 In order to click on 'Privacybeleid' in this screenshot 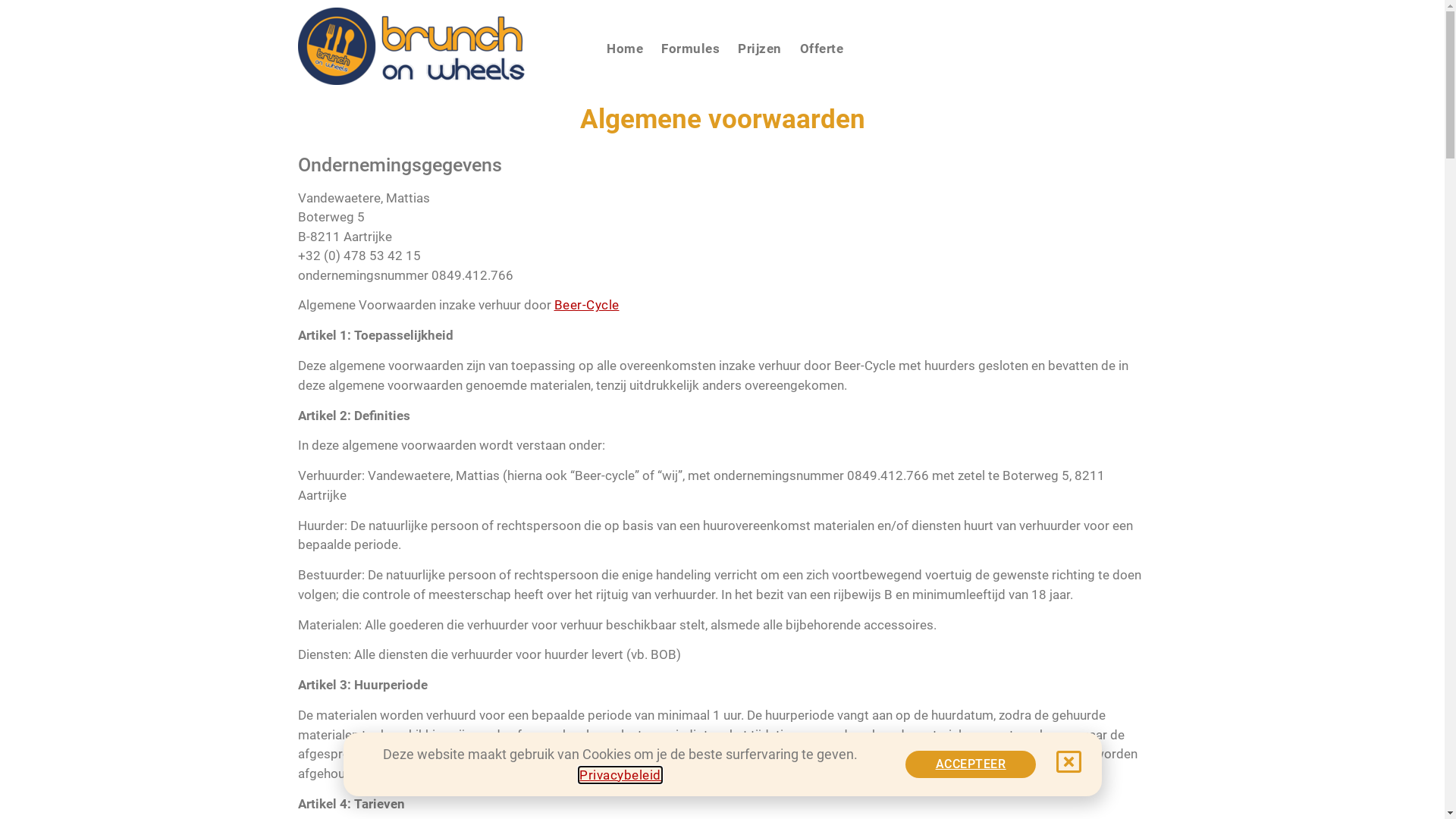, I will do `click(620, 775)`.